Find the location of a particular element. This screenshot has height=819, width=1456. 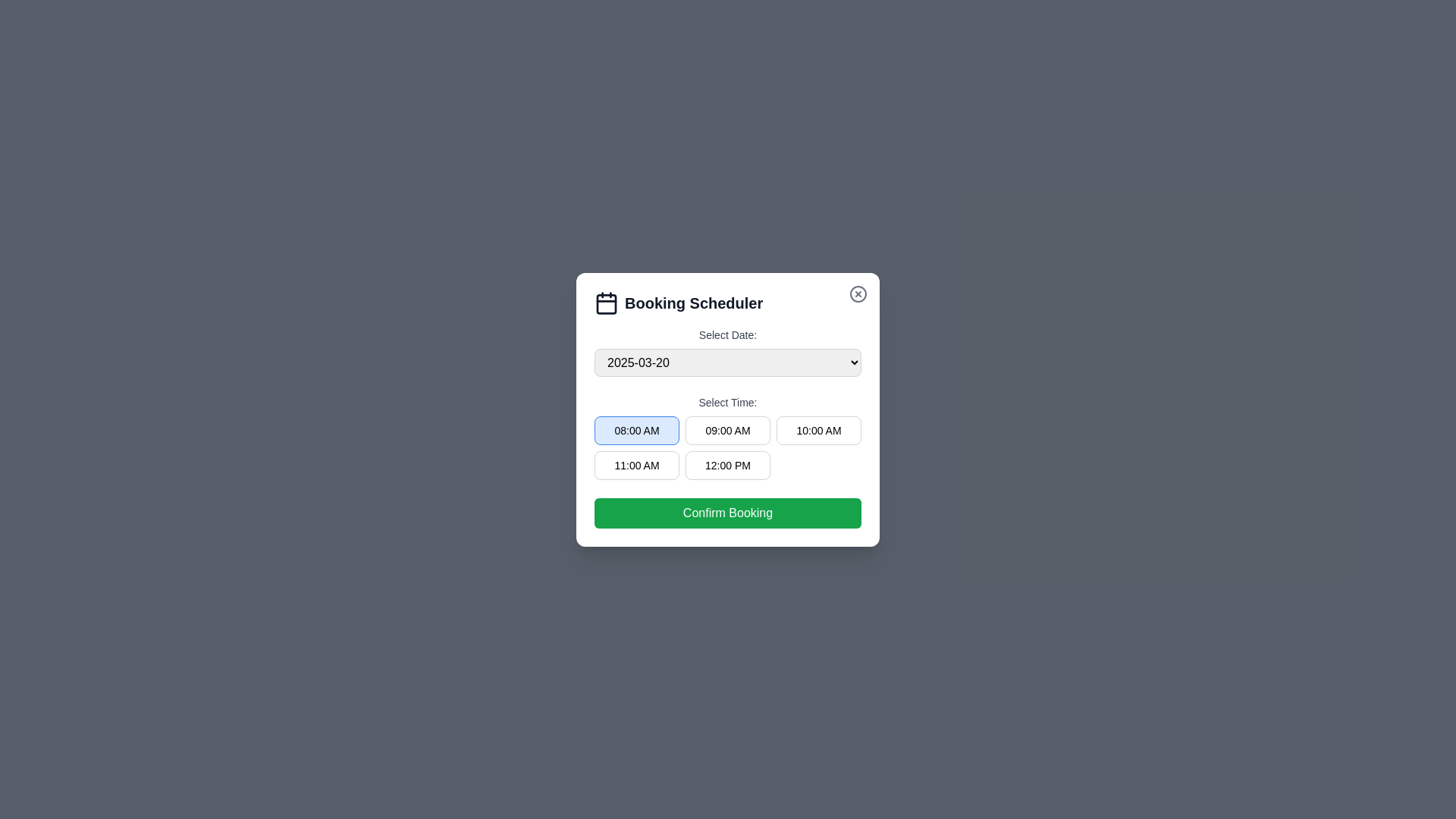

the calendar icon located at the top-left corner of the modal, next to the 'Booking Scheduler' text, to indicate the booking section is located at coordinates (607, 303).